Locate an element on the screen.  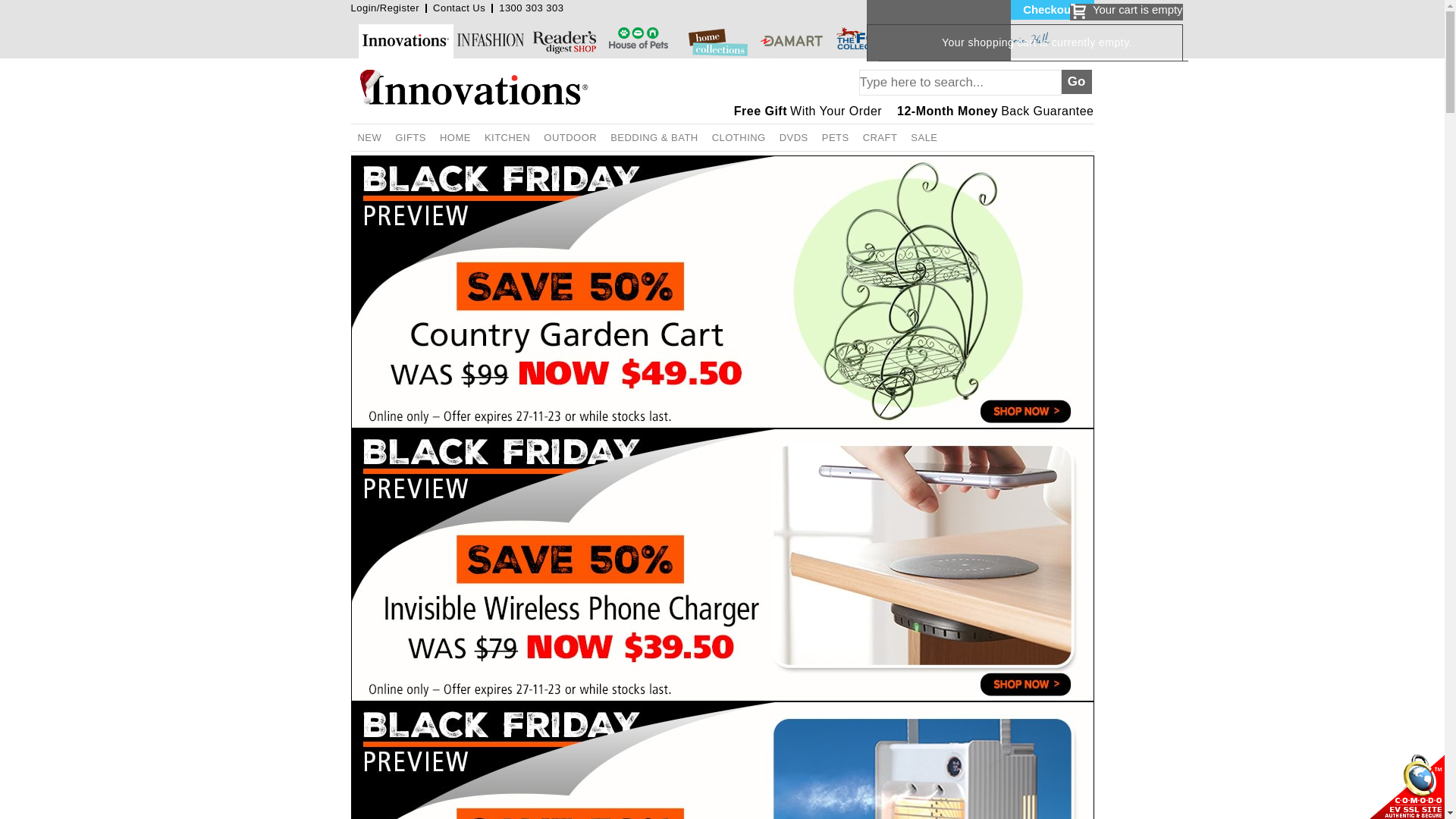
'Go' is located at coordinates (1076, 82).